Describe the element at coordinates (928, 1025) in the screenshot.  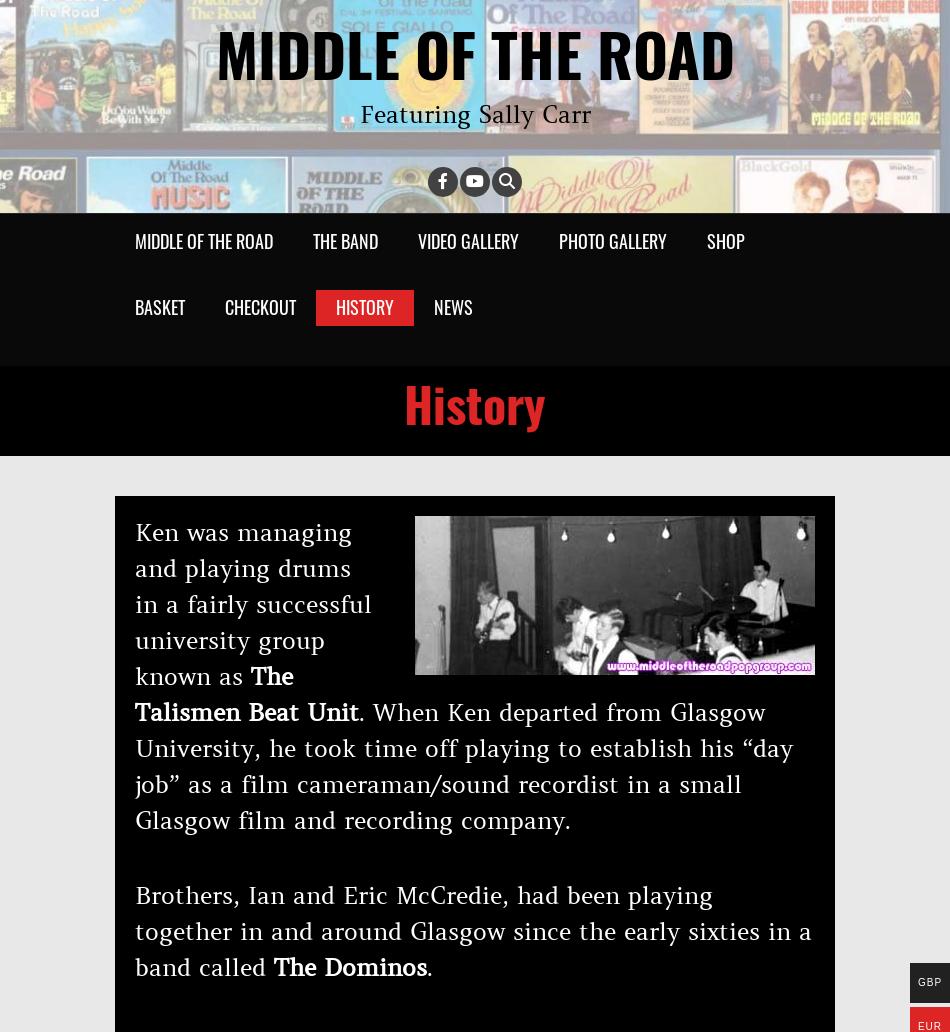
I see `'EUR'` at that location.